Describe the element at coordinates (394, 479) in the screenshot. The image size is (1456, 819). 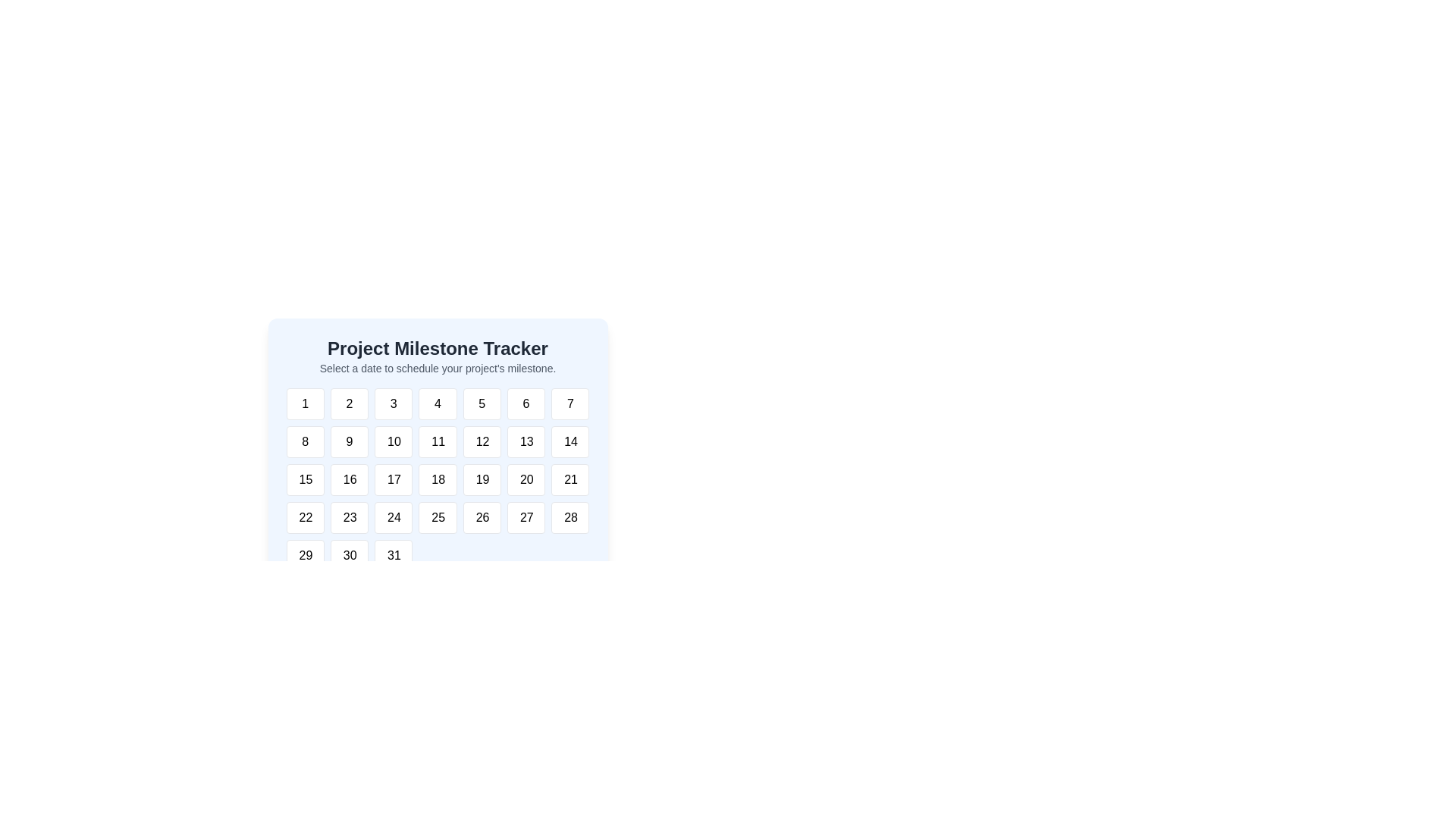
I see `the button labeled '17', which is a square button with rounded corners and a white background, located in the third row and third column of a grid layout` at that location.